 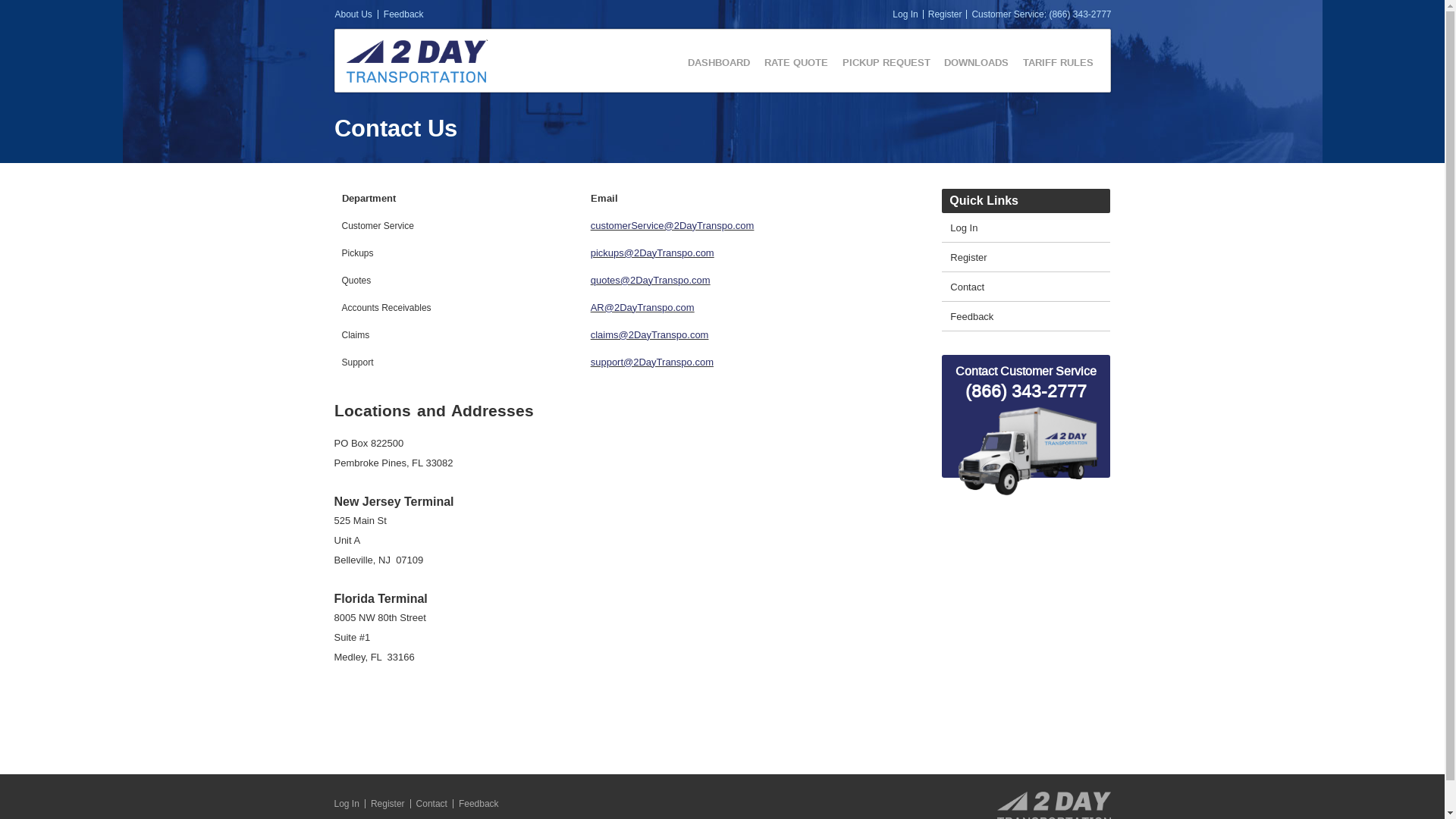 What do you see at coordinates (829, 61) in the screenshot?
I see `'PICKUP REQUEST'` at bounding box center [829, 61].